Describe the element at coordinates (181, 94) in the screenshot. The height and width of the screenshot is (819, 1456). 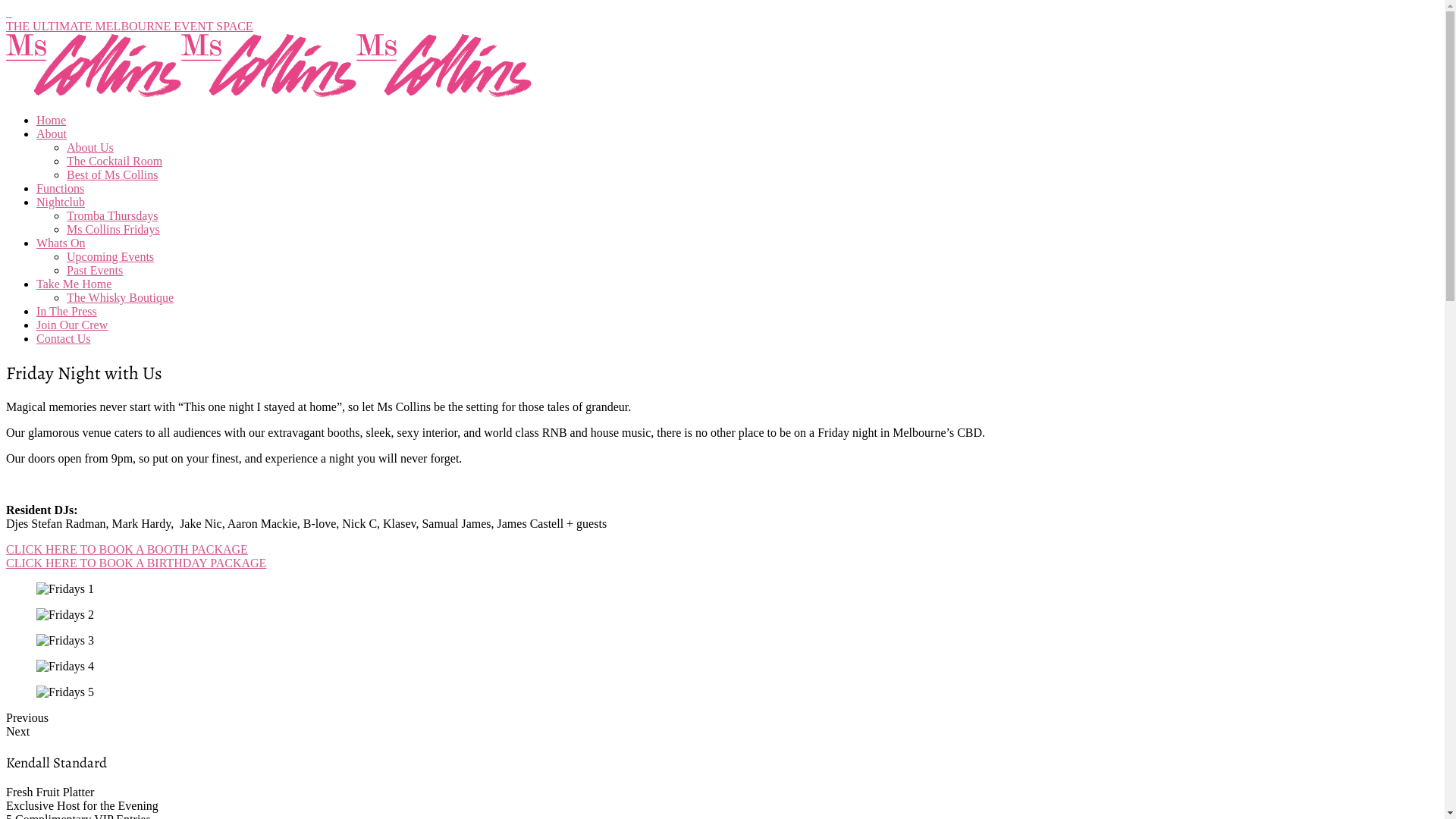
I see `'Ms Collins'` at that location.